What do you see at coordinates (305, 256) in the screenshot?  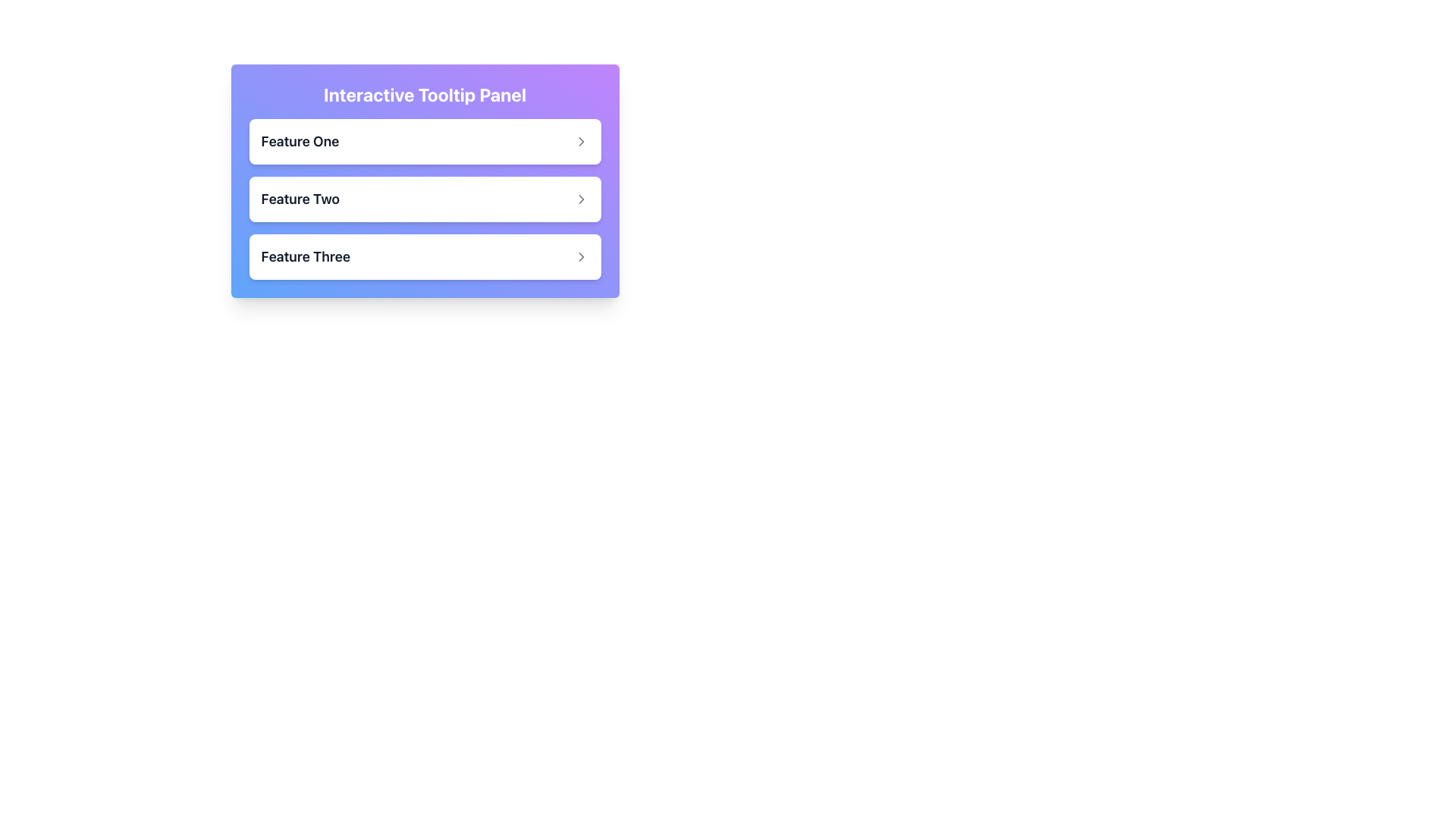 I see `the text label reading 'Feature Three', which is styled with a medium-large bold font in dark gray and positioned as the leftmost item in the third row of a vertical list of features` at bounding box center [305, 256].